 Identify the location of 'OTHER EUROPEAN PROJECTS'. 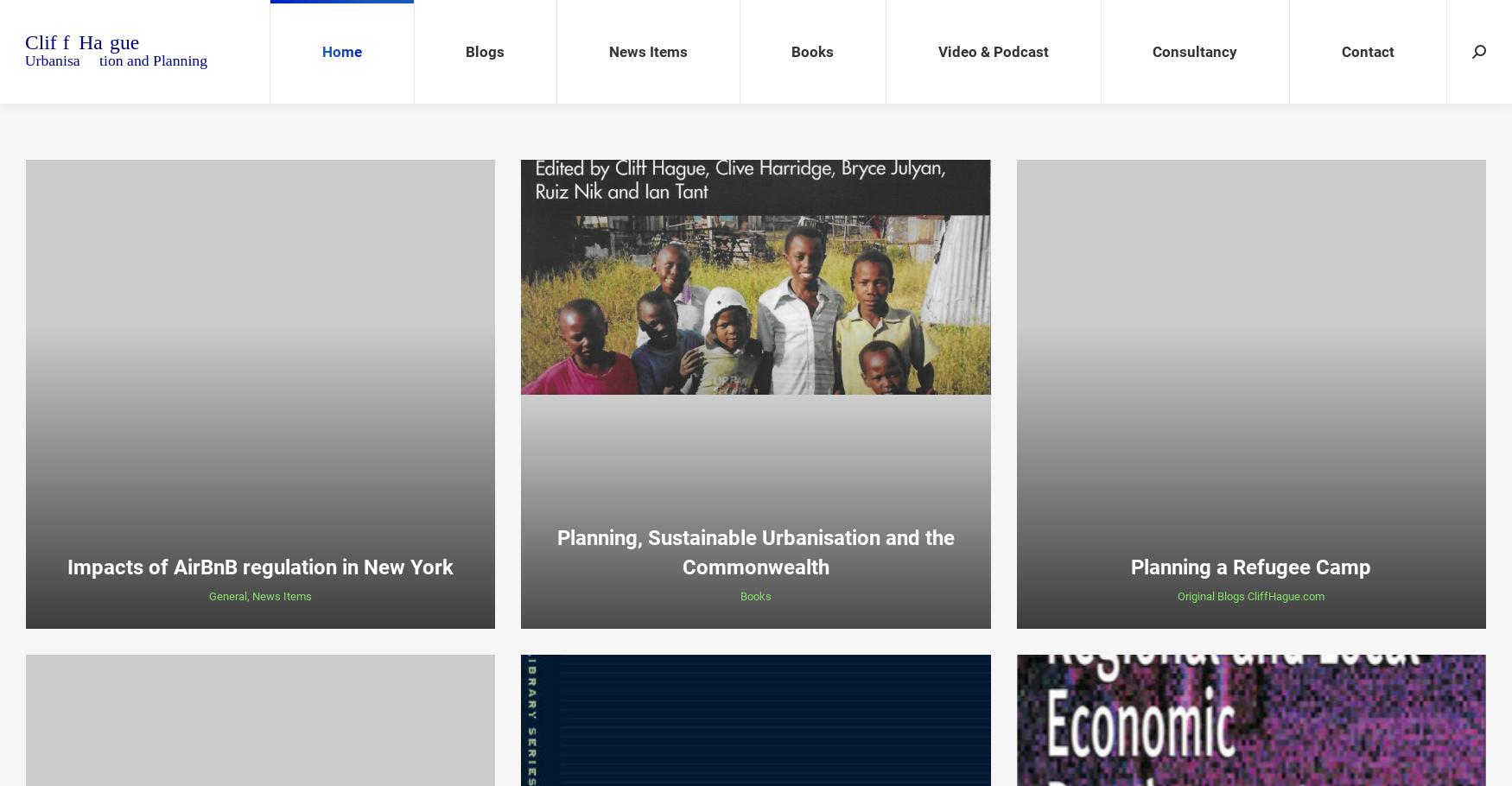
(1198, 250).